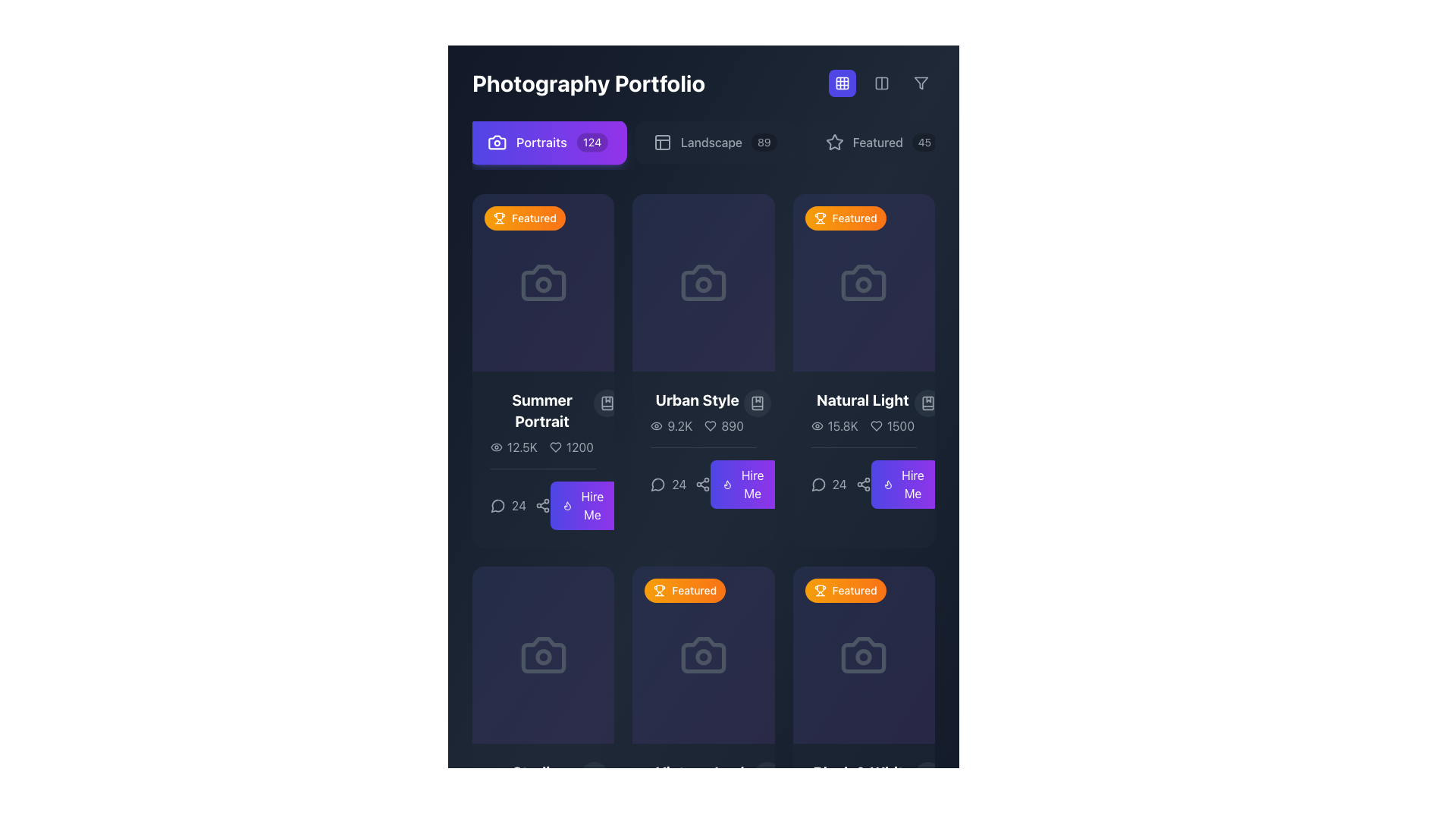  Describe the element at coordinates (819, 218) in the screenshot. I see `the 'Featured' badge icon located at the top-left area of the first card in the second row of the grid layout to interact with the associated card` at that location.